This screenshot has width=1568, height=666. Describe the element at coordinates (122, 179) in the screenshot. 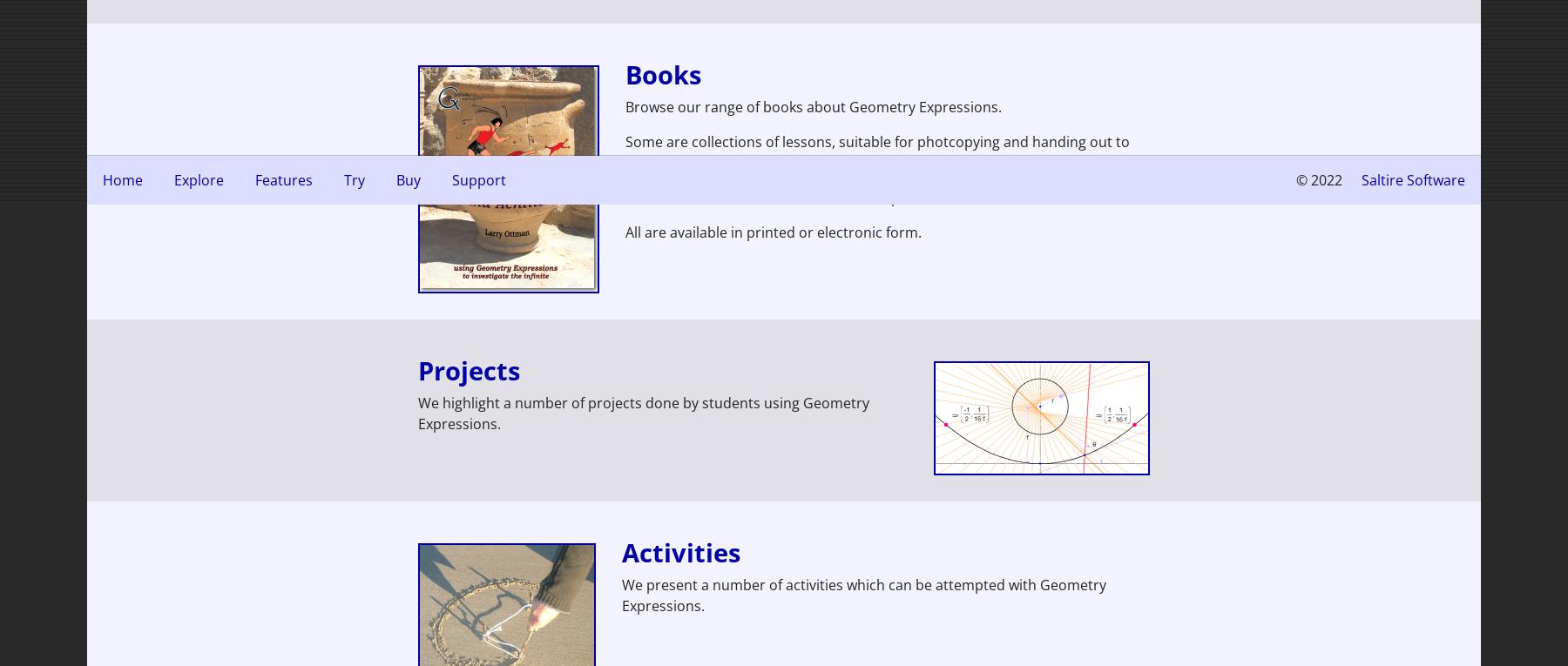

I see `'Home'` at that location.